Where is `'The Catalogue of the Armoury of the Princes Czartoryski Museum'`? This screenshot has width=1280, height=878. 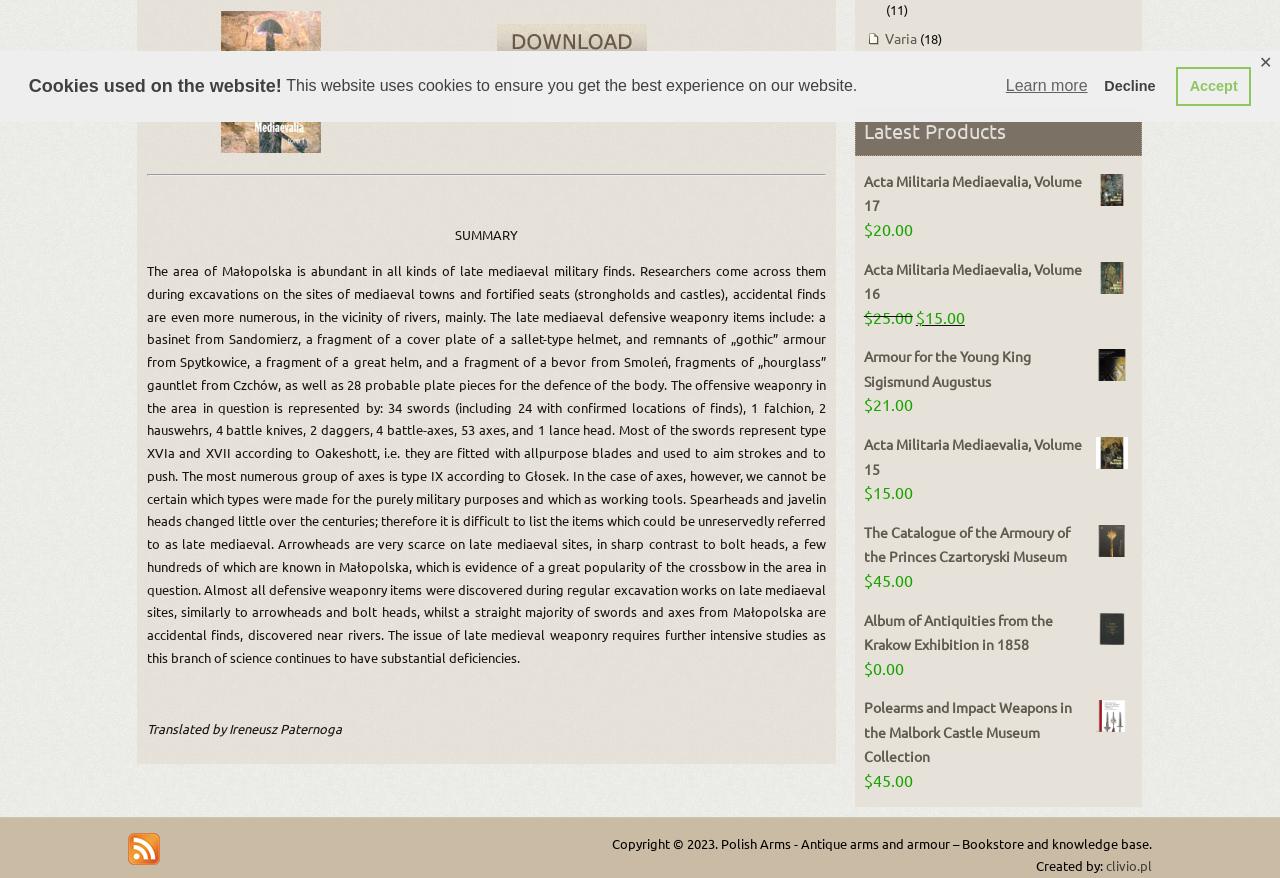 'The Catalogue of the Armoury of the Princes Czartoryski Museum' is located at coordinates (966, 542).